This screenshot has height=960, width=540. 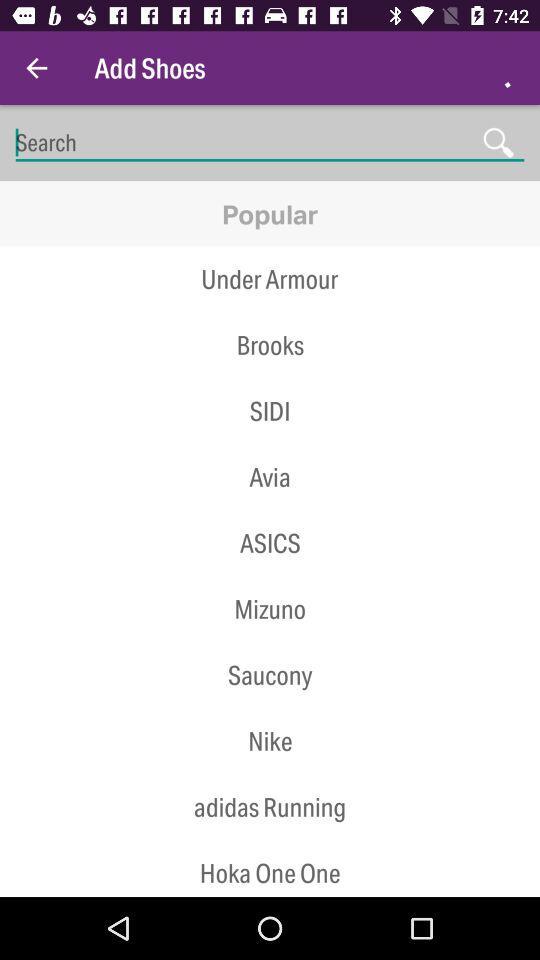 What do you see at coordinates (270, 641) in the screenshot?
I see `icon above saucony` at bounding box center [270, 641].